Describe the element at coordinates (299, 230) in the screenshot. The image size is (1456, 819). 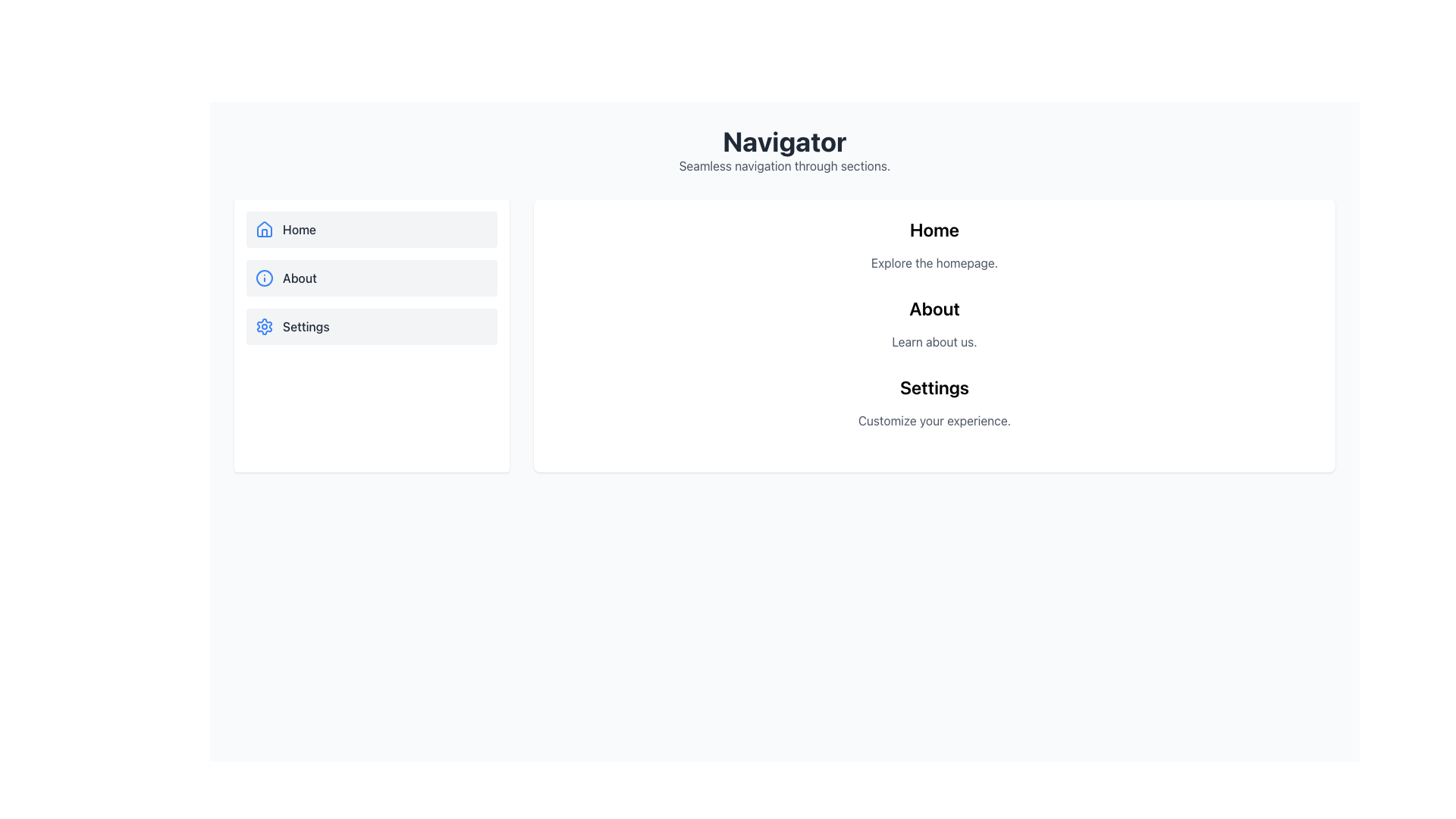
I see `the 'Home' text label located beneath the 'Navigator' title in the vertical navigation bar` at that location.